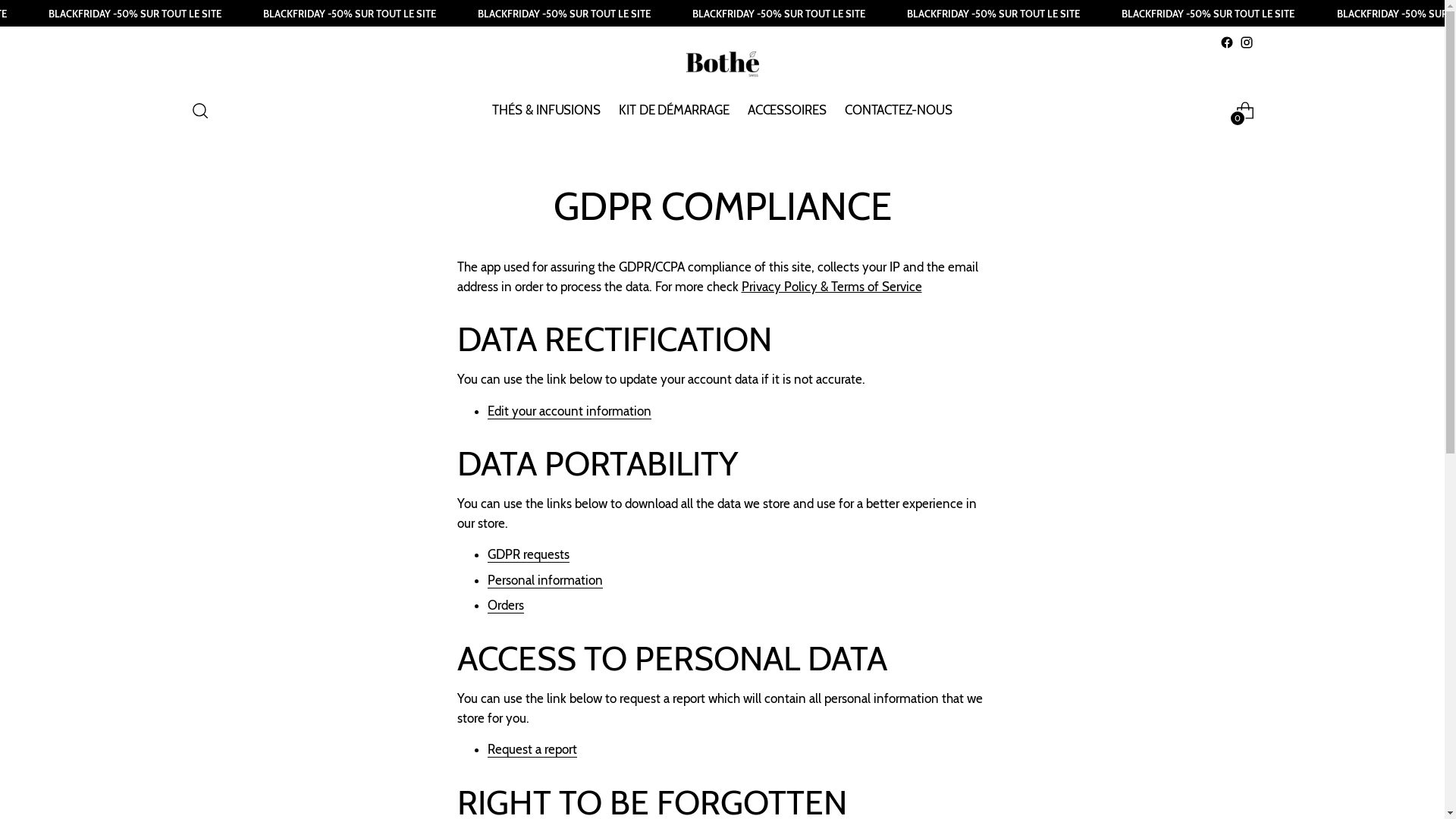 The image size is (1456, 819). I want to click on 'Bothe Swiss sur Instagram', so click(1245, 42).